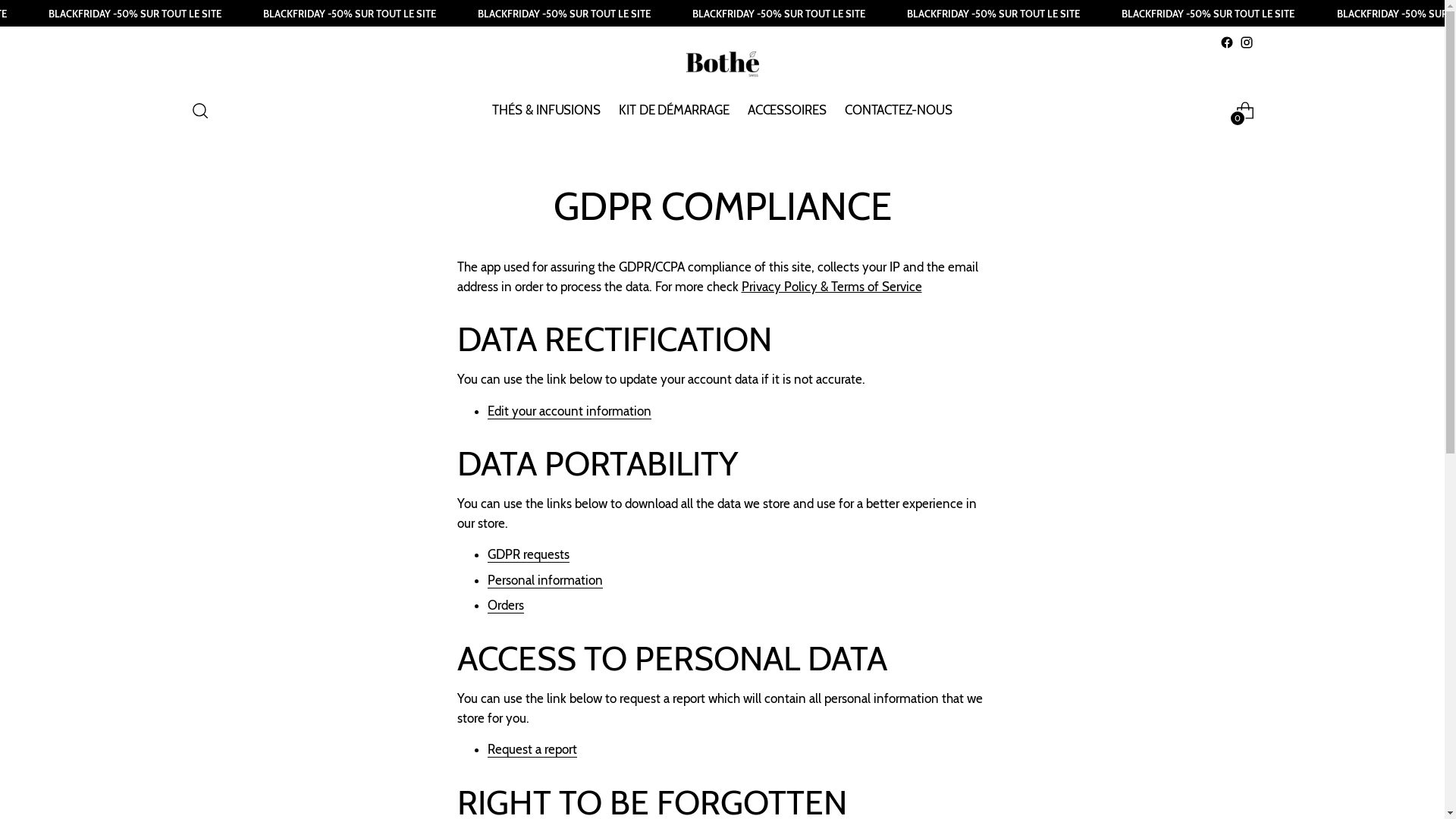 The image size is (1456, 819). I want to click on 'Bothe Swiss sur Instagram', so click(1245, 42).